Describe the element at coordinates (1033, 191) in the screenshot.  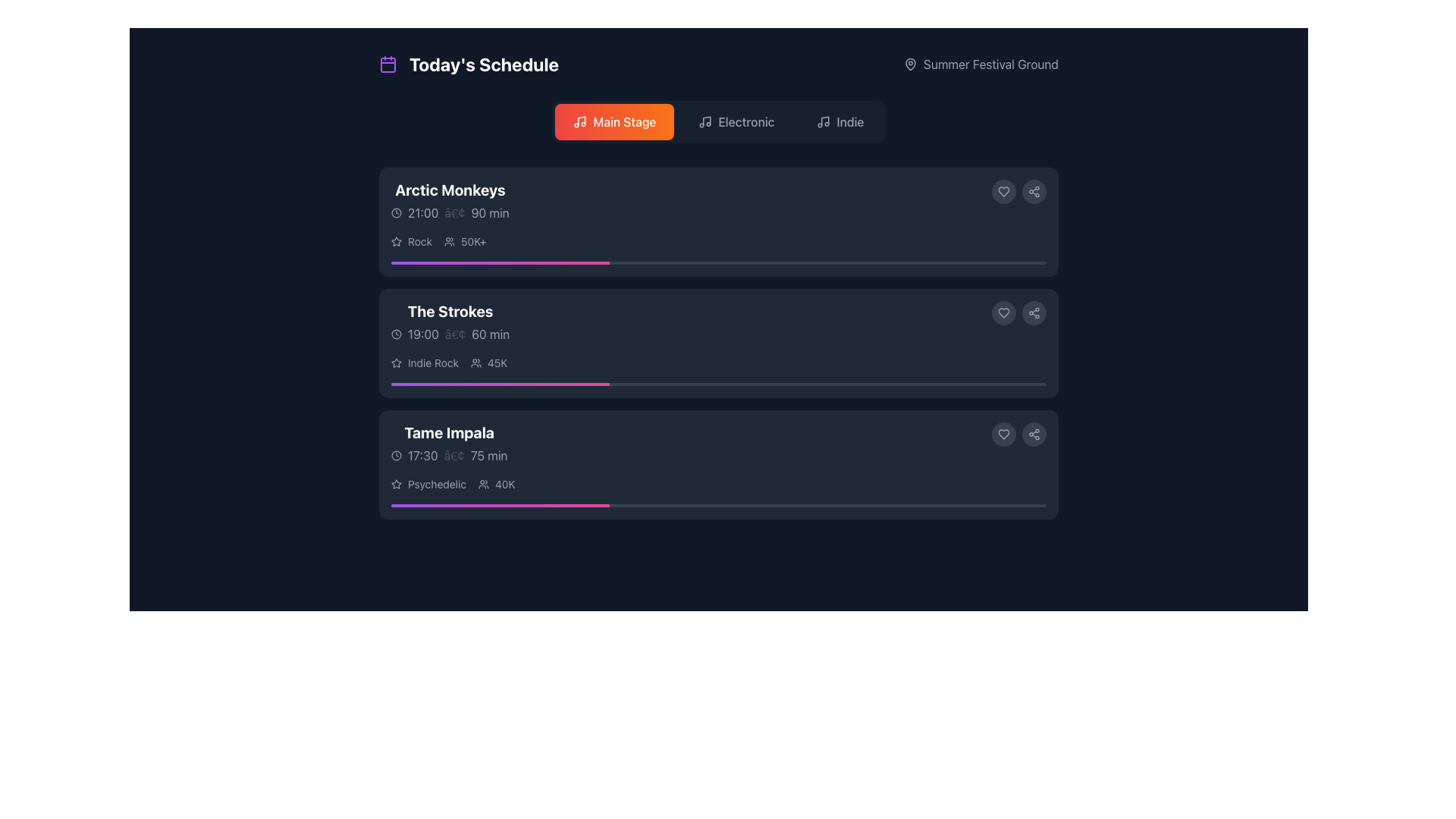
I see `the small circular icon button resembling a share or network symbol located in the top-right corner of the Arctic Monkeys event card to share the content` at that location.